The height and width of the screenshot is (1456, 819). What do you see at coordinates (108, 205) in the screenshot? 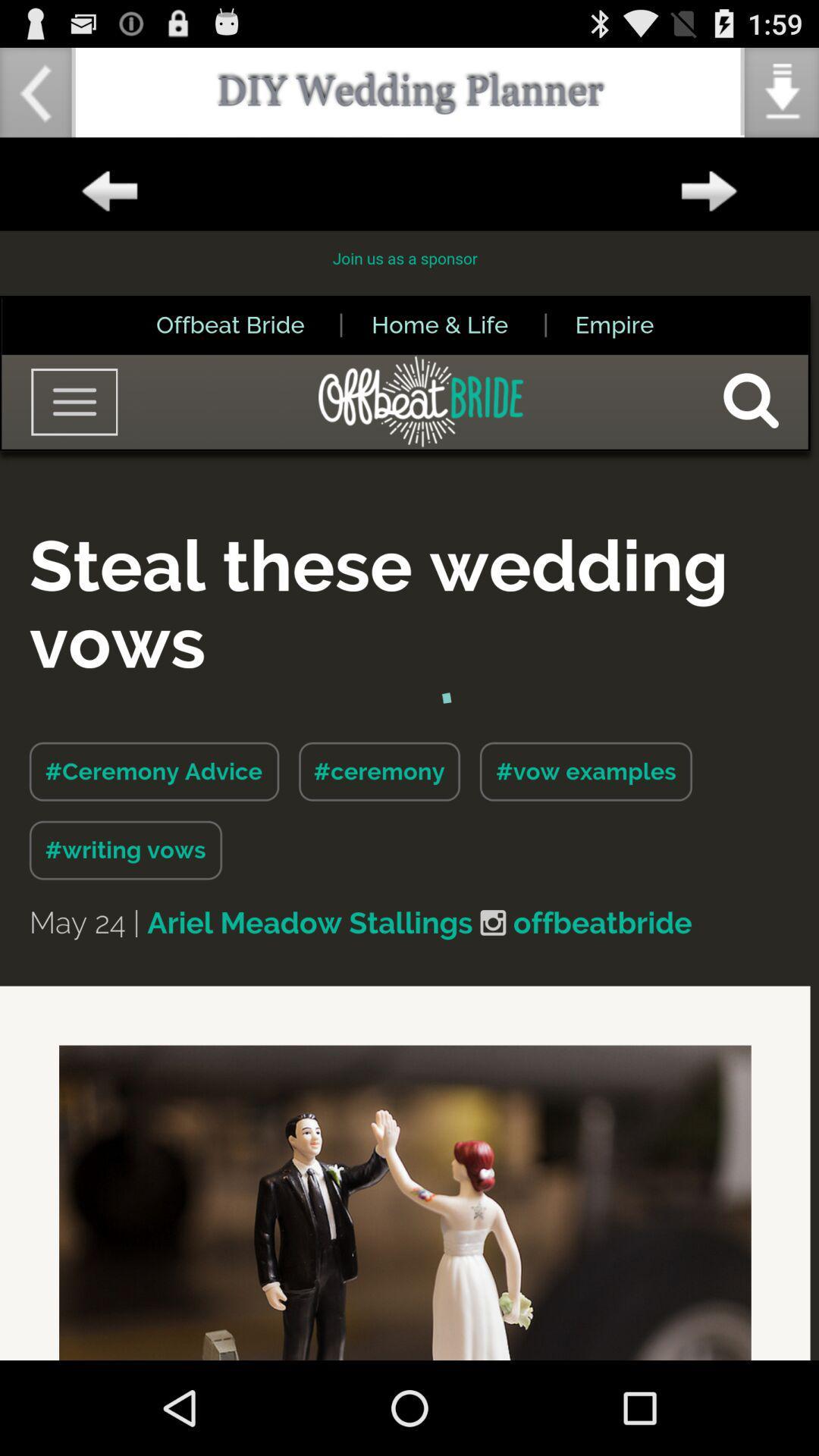
I see `the arrow_backward icon` at bounding box center [108, 205].